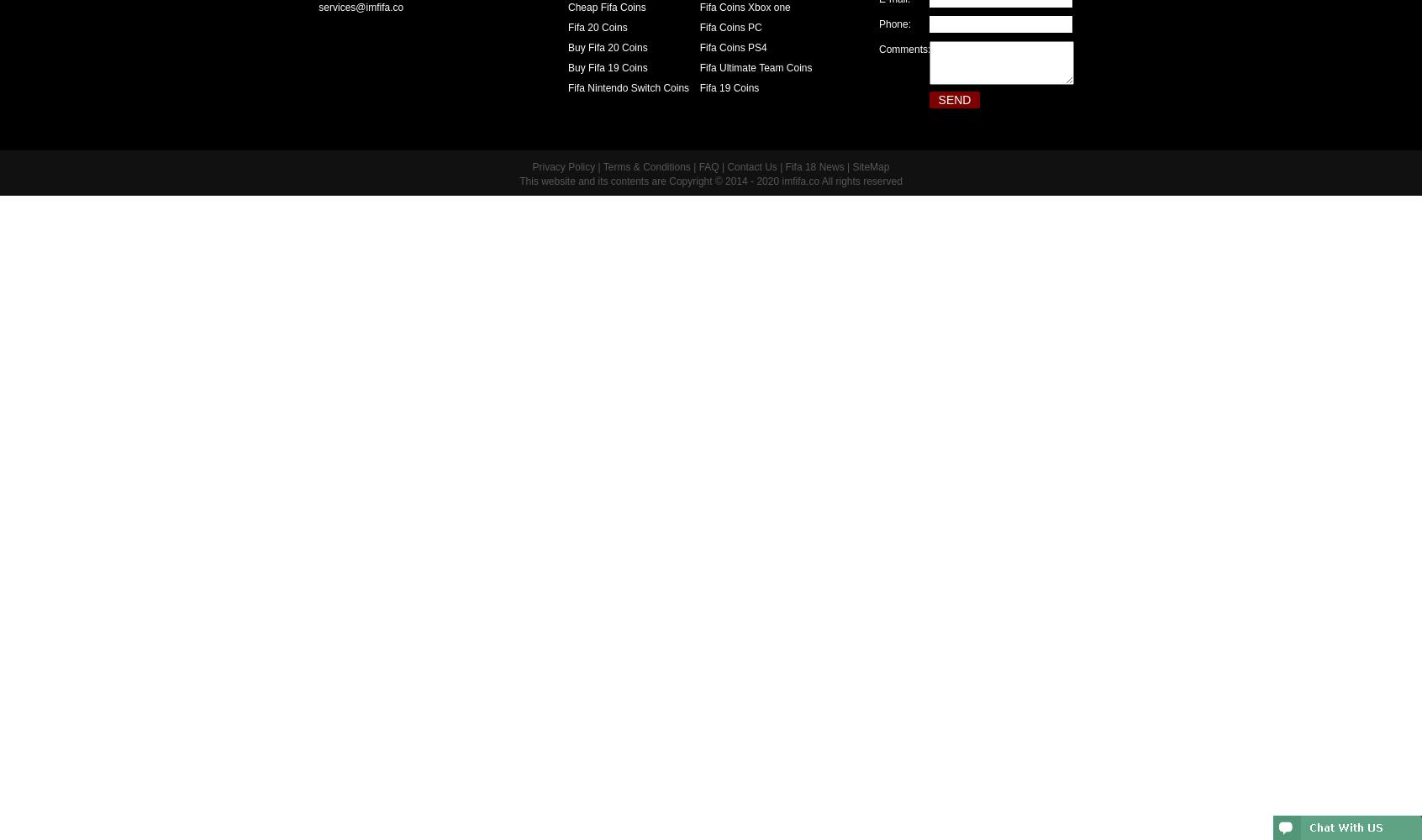 This screenshot has width=1422, height=840. I want to click on 'SiteMap', so click(870, 166).